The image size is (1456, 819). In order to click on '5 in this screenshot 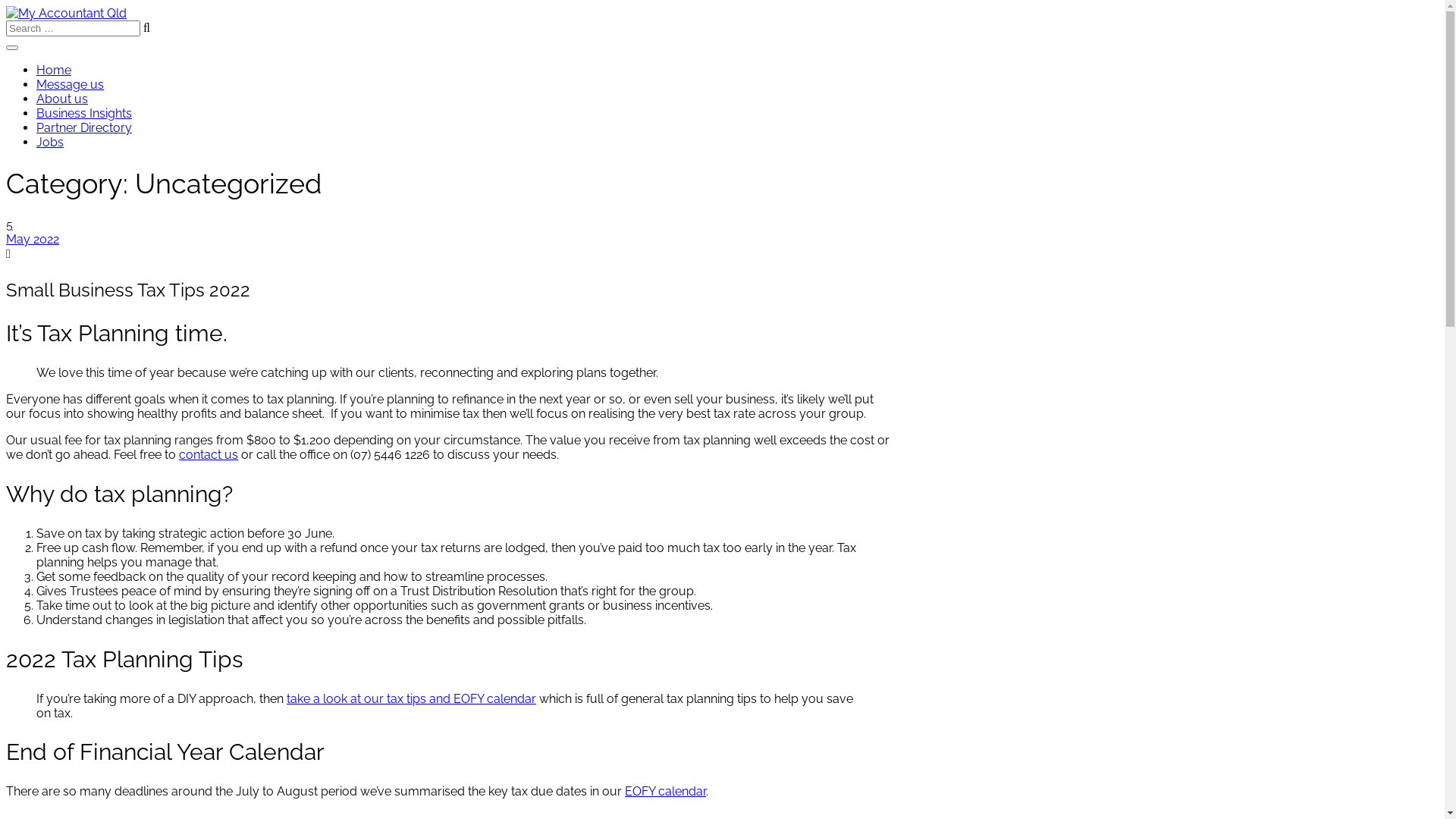, I will do `click(449, 231)`.